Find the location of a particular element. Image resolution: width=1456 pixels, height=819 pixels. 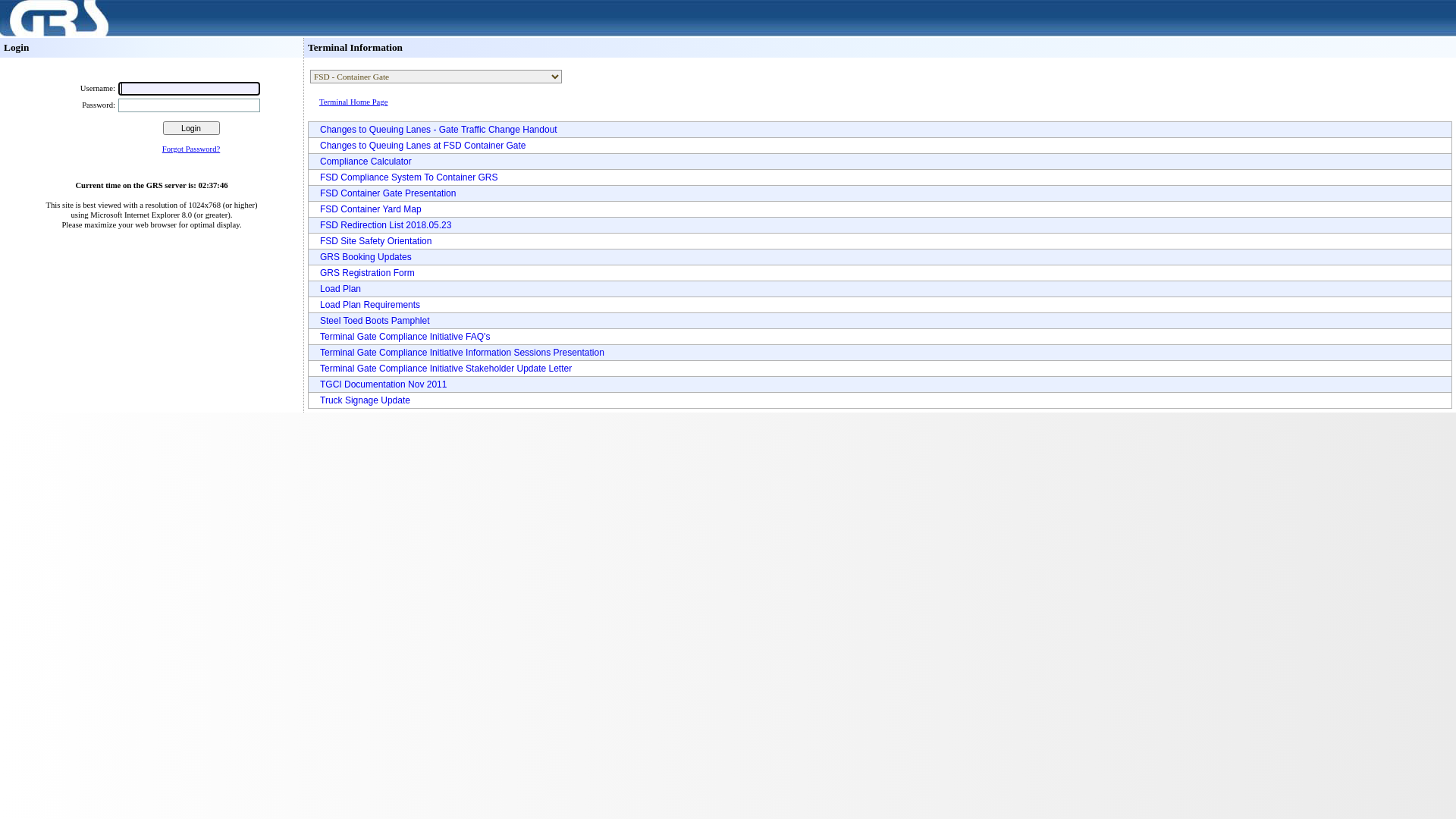

'Changes to Queuing Lanes - Gate Traffic Change Handout' is located at coordinates (434, 128).